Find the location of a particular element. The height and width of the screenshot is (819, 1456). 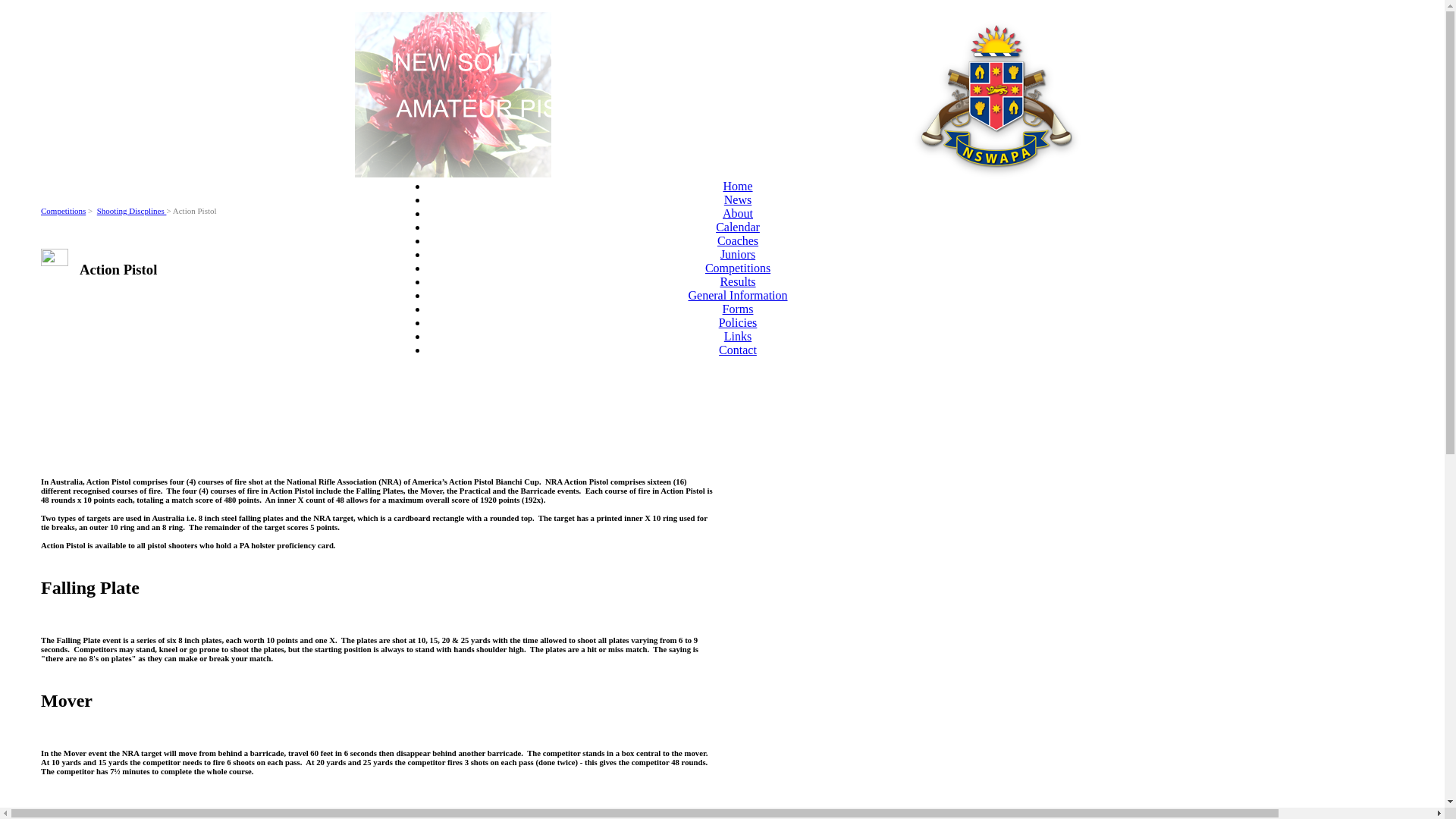

'Calendar' is located at coordinates (738, 227).